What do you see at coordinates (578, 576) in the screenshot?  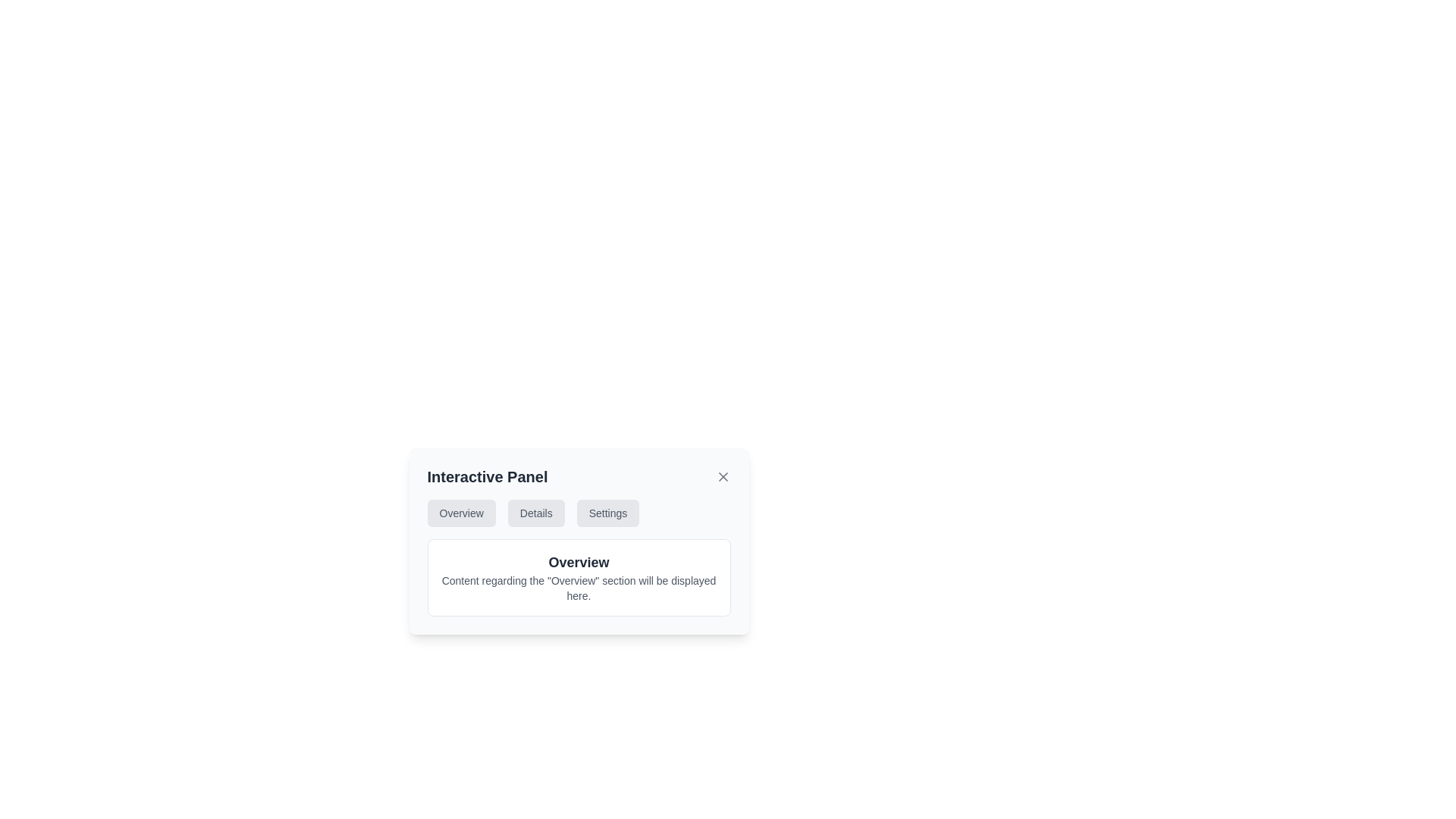 I see `the components within the popup panel that has a white background and rounded corners, which includes a navigation bar with options labeled 'Overview', 'Details', and 'Settings'` at bounding box center [578, 576].